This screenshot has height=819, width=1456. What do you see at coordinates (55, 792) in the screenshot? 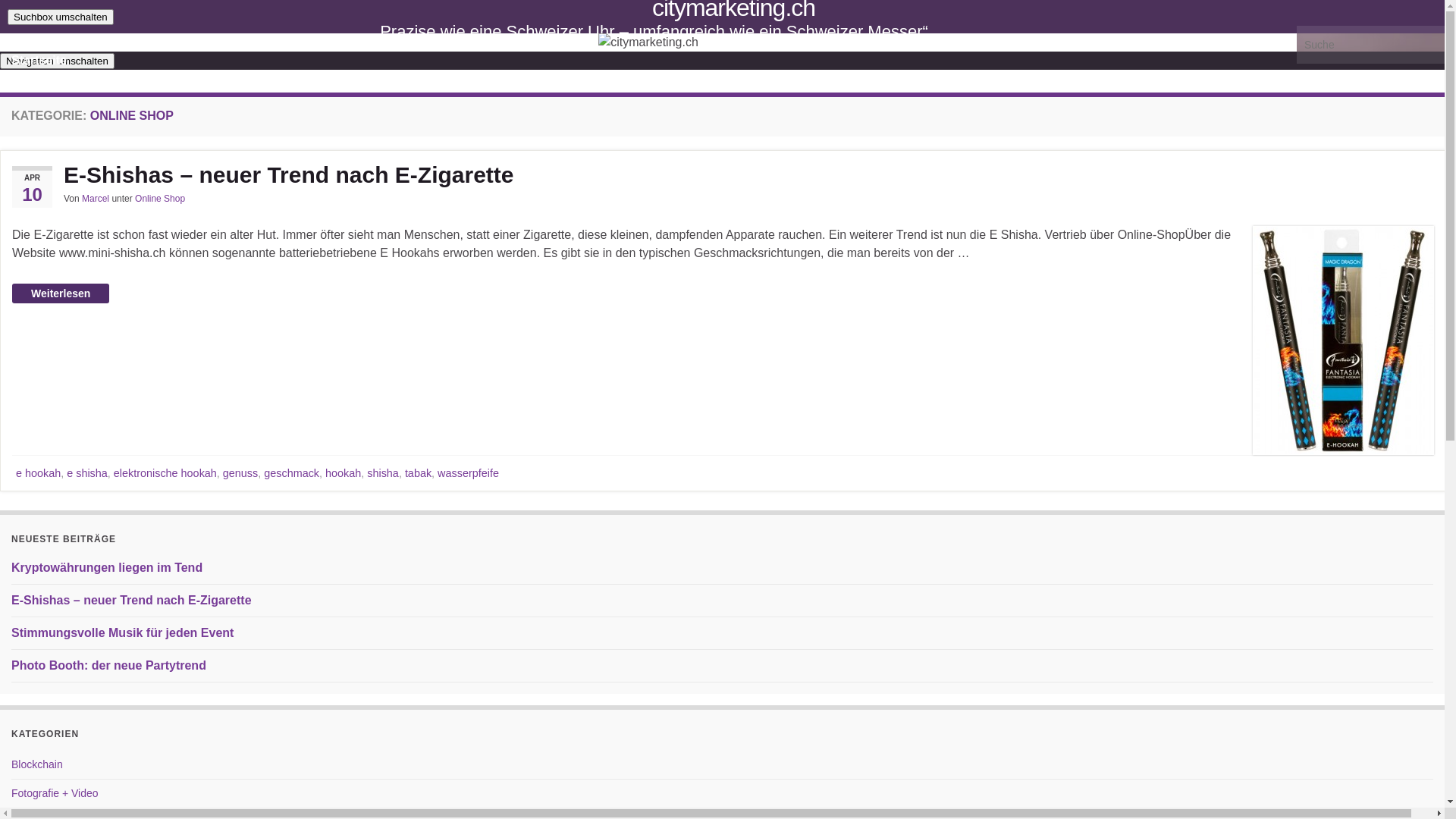
I see `'Fotografie + Video'` at bounding box center [55, 792].